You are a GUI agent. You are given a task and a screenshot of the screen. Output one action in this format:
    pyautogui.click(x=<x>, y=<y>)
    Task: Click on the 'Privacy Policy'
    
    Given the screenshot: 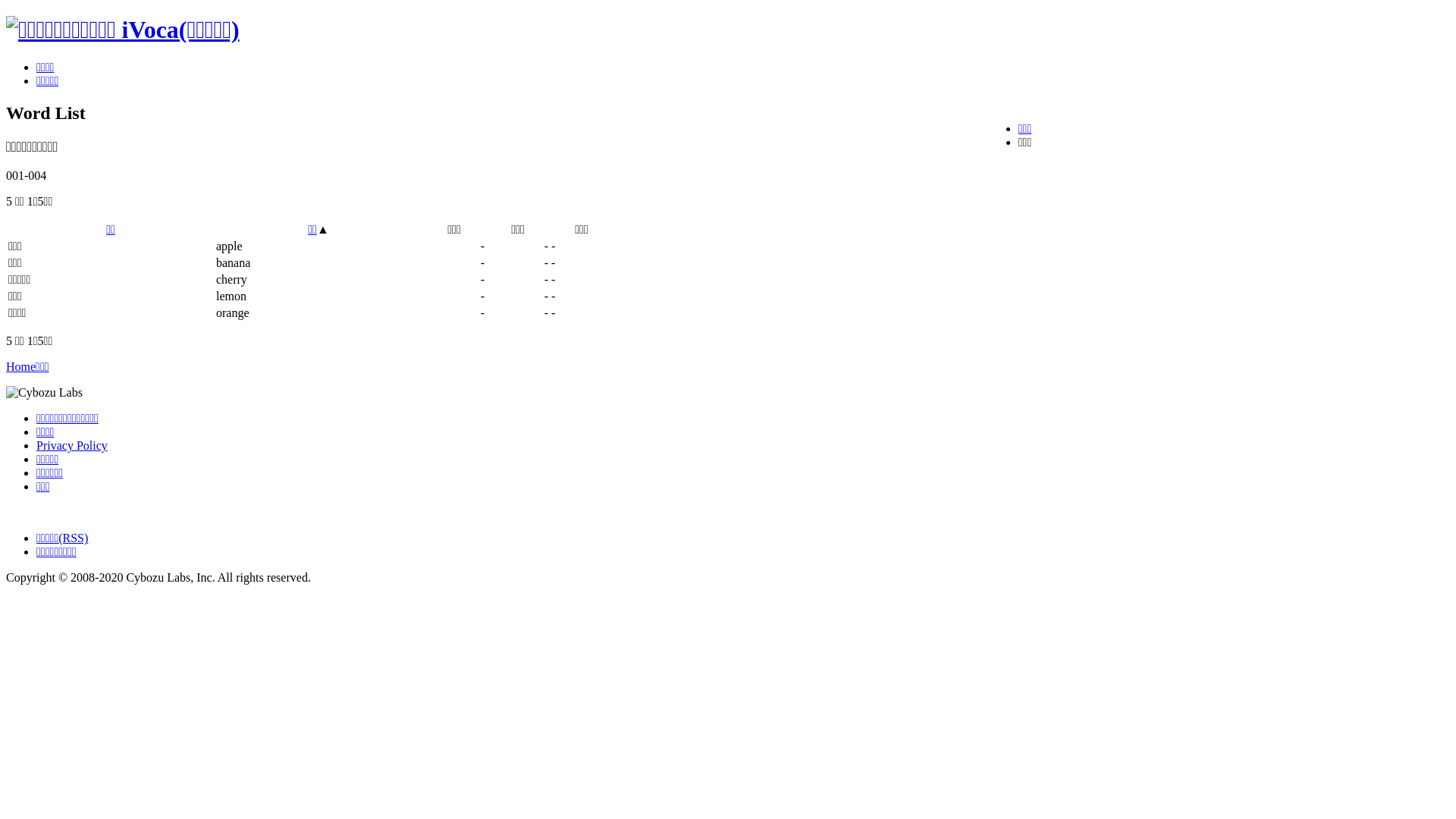 What is the action you would take?
    pyautogui.click(x=36, y=444)
    